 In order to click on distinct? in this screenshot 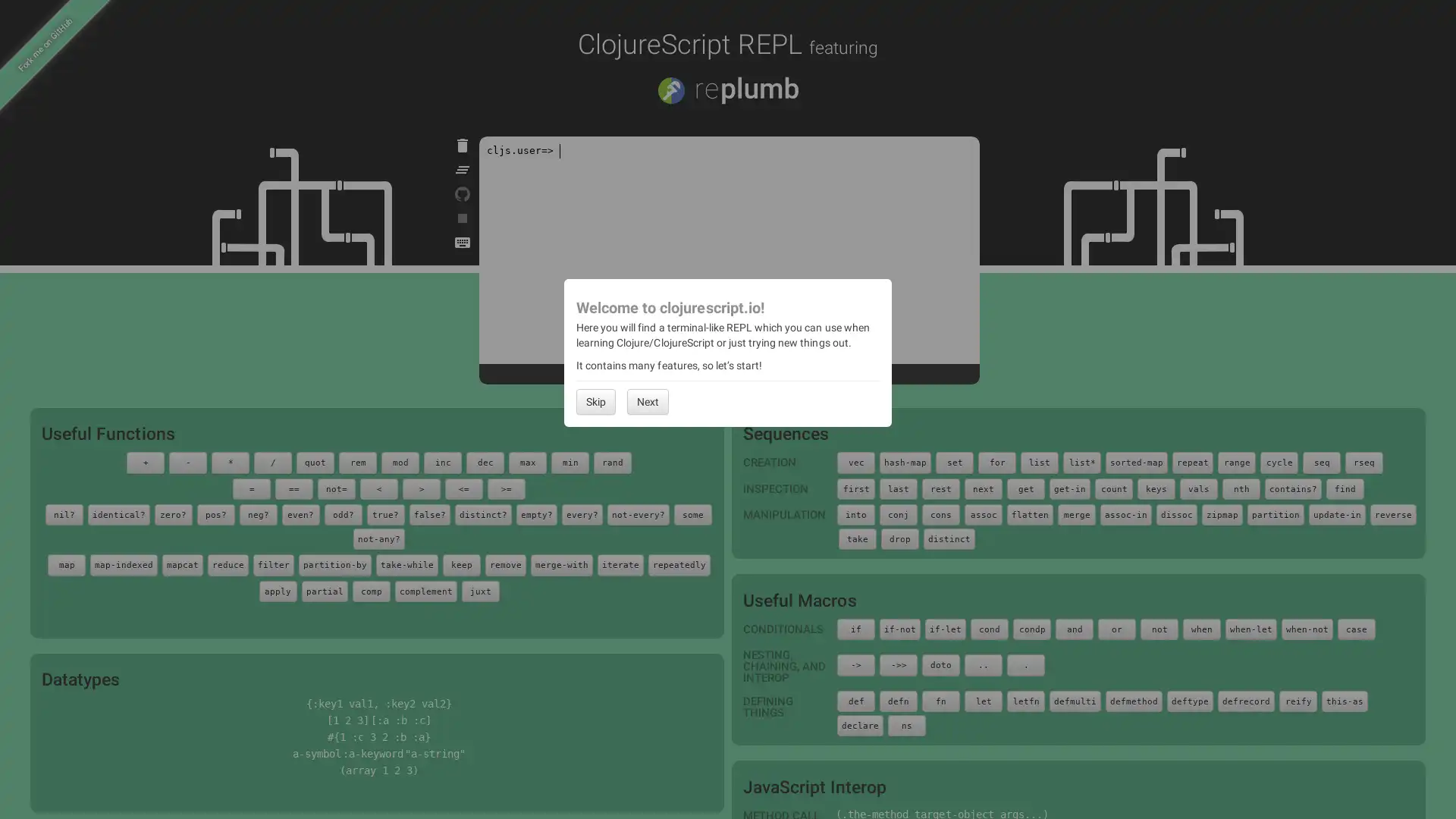, I will do `click(482, 513)`.